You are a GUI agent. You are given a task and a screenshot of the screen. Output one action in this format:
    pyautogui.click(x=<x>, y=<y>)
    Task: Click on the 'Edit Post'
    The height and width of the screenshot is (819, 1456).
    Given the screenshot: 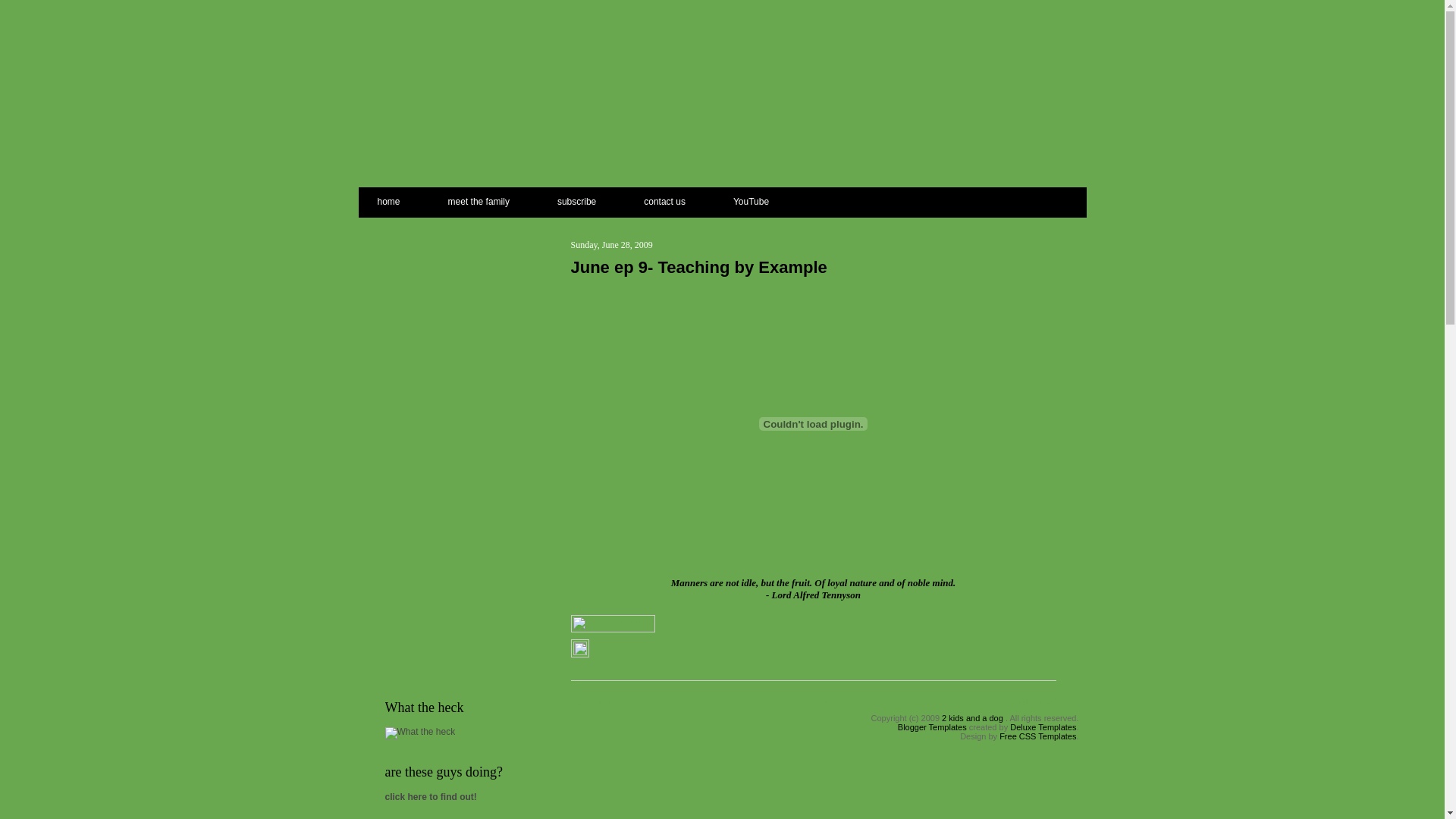 What is the action you would take?
    pyautogui.click(x=578, y=651)
    